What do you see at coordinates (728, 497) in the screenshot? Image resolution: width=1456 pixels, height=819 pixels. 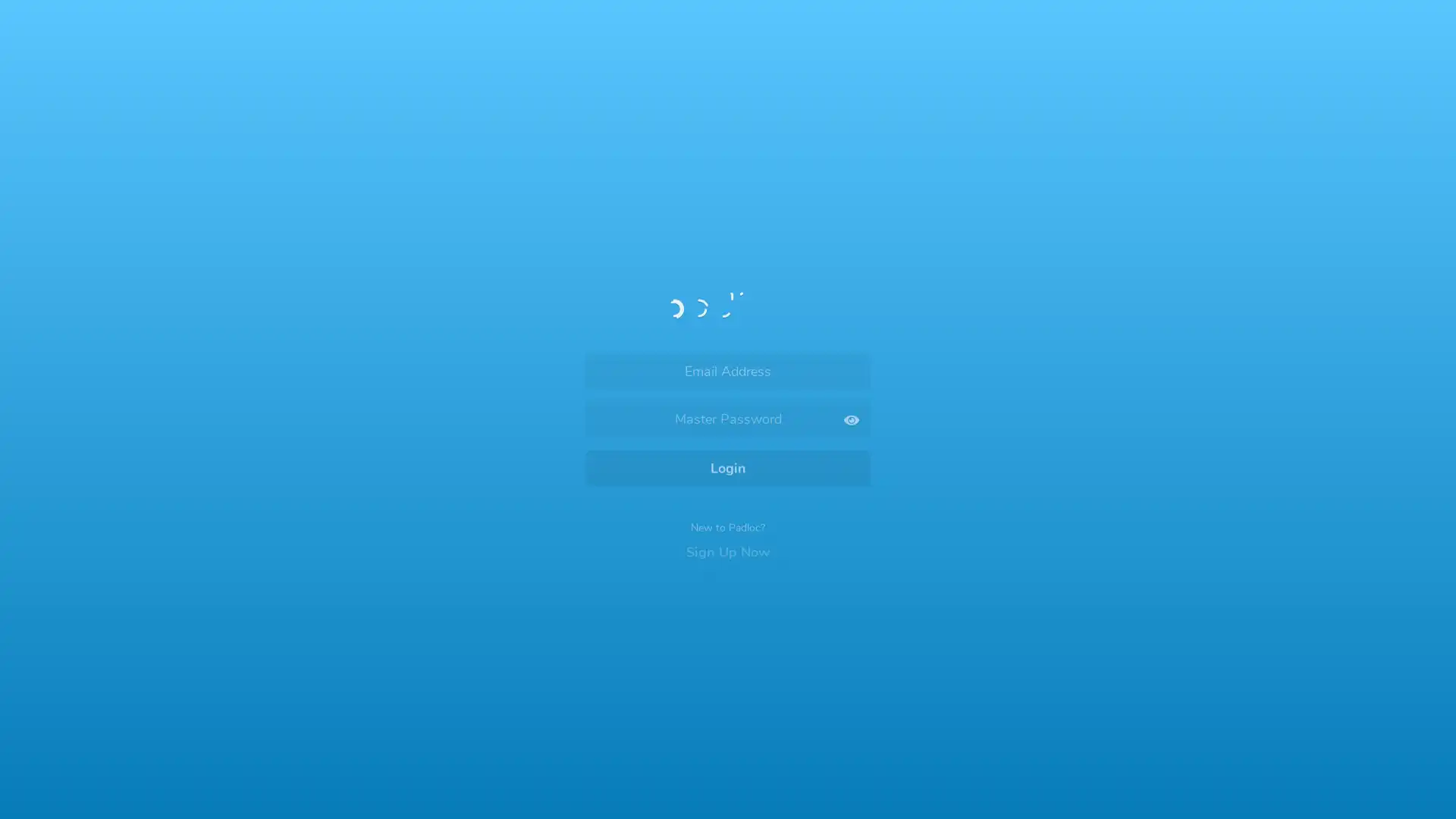 I see `Unlock` at bounding box center [728, 497].